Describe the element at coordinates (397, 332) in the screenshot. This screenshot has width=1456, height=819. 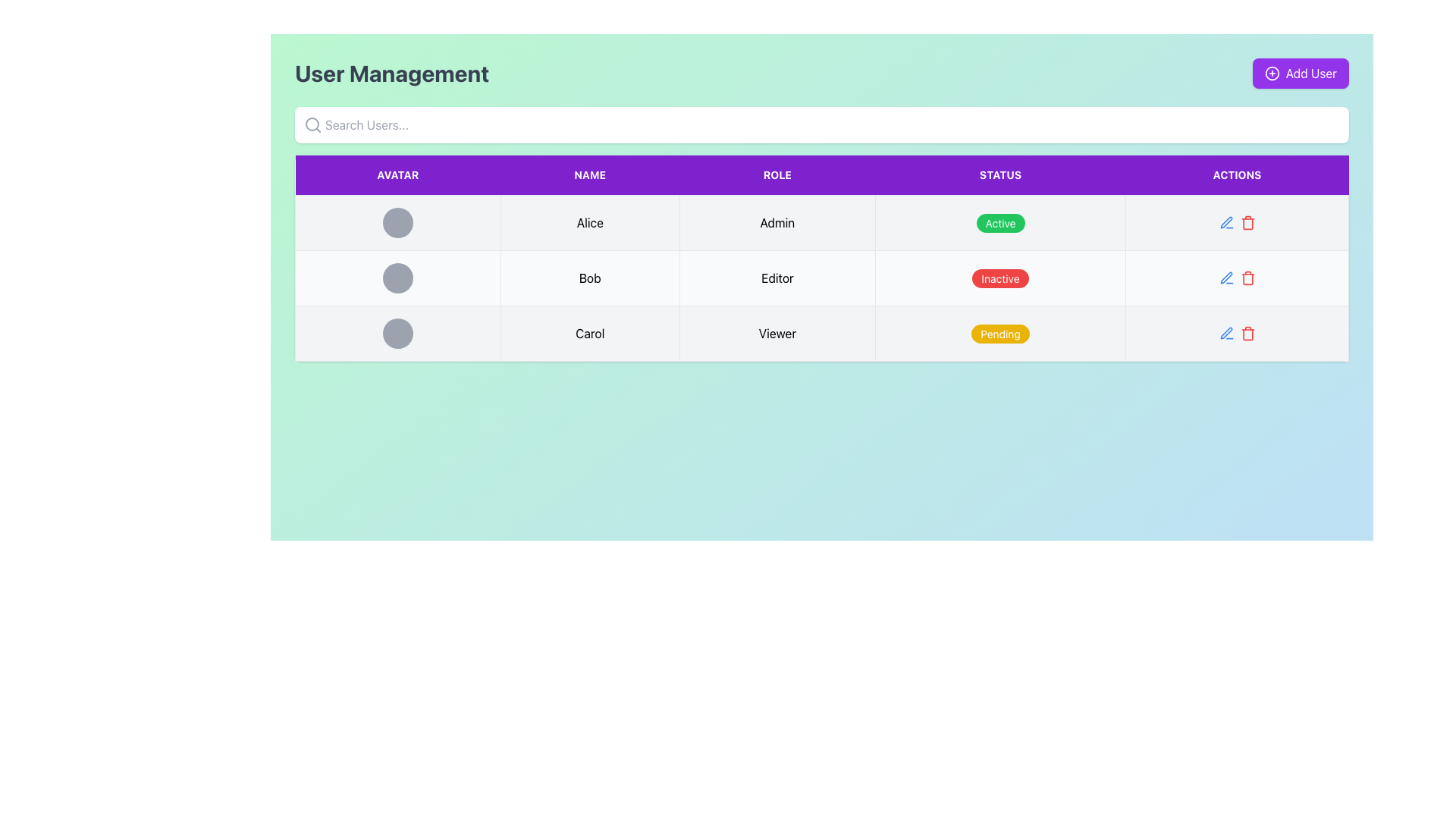
I see `the Avatar Placeholder for user 'Carol' located` at that location.